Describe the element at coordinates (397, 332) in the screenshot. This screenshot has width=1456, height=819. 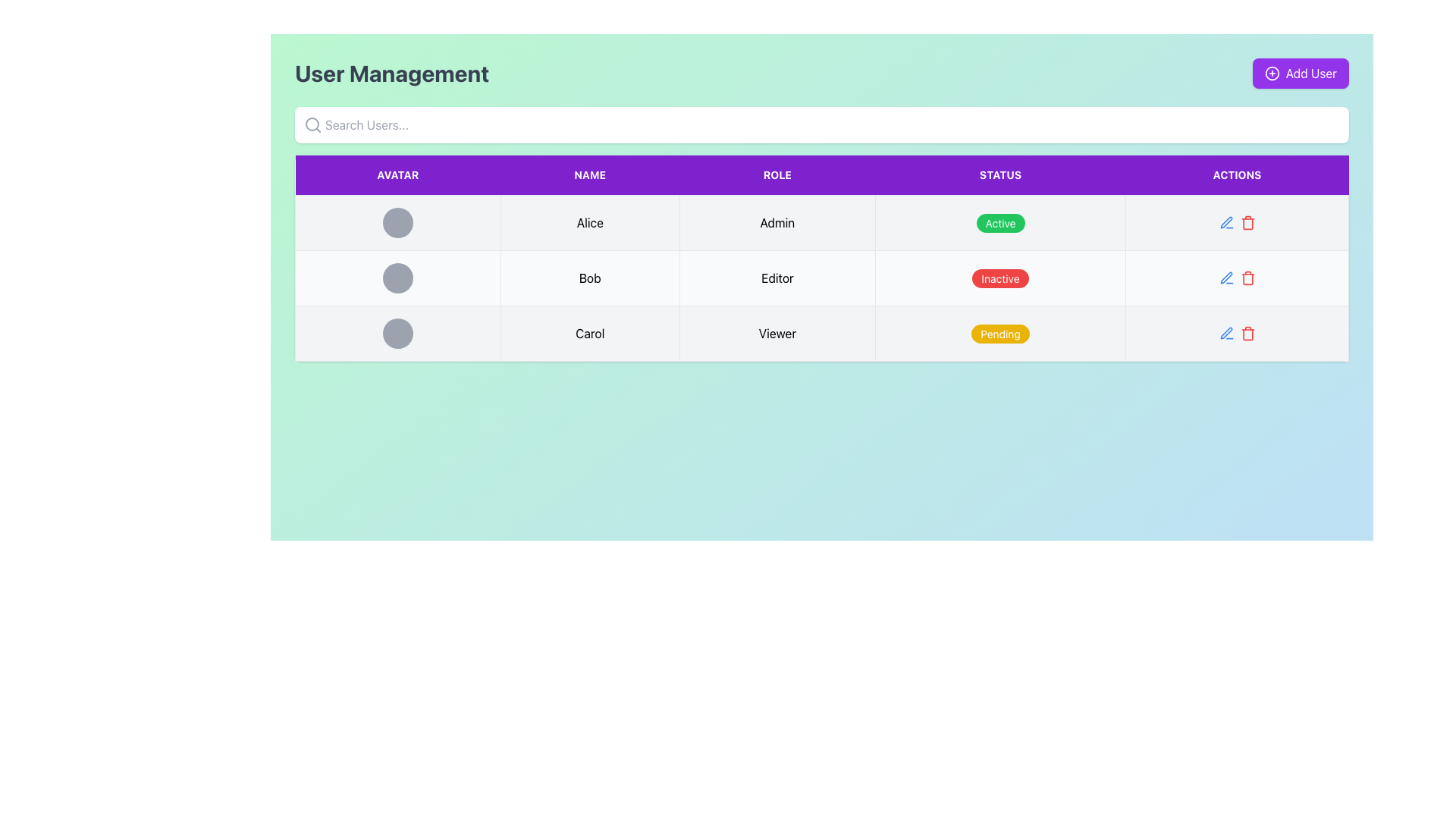
I see `the Avatar Placeholder for user 'Carol' located` at that location.